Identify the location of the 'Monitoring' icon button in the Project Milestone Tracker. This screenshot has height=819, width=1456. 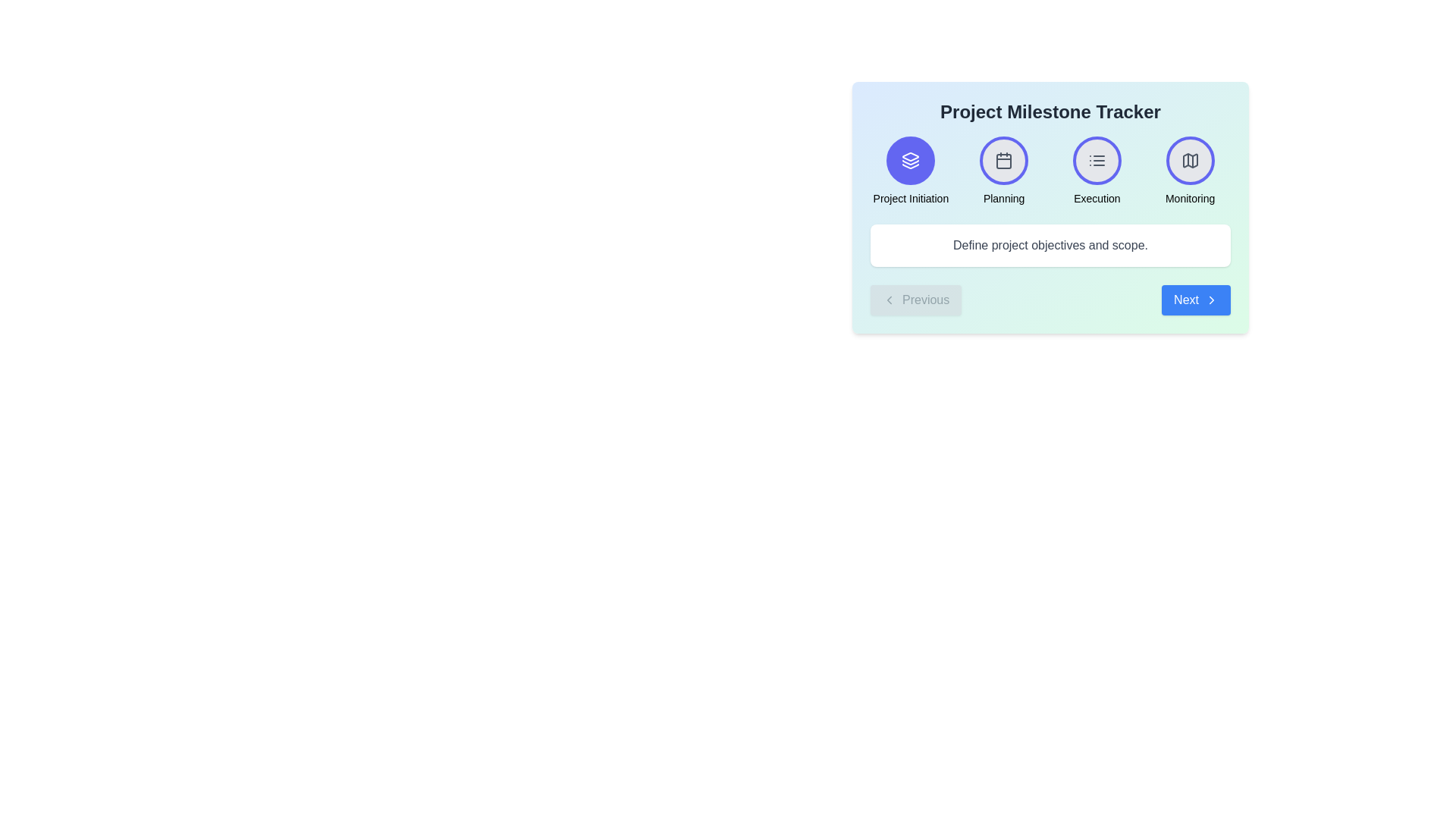
(1189, 161).